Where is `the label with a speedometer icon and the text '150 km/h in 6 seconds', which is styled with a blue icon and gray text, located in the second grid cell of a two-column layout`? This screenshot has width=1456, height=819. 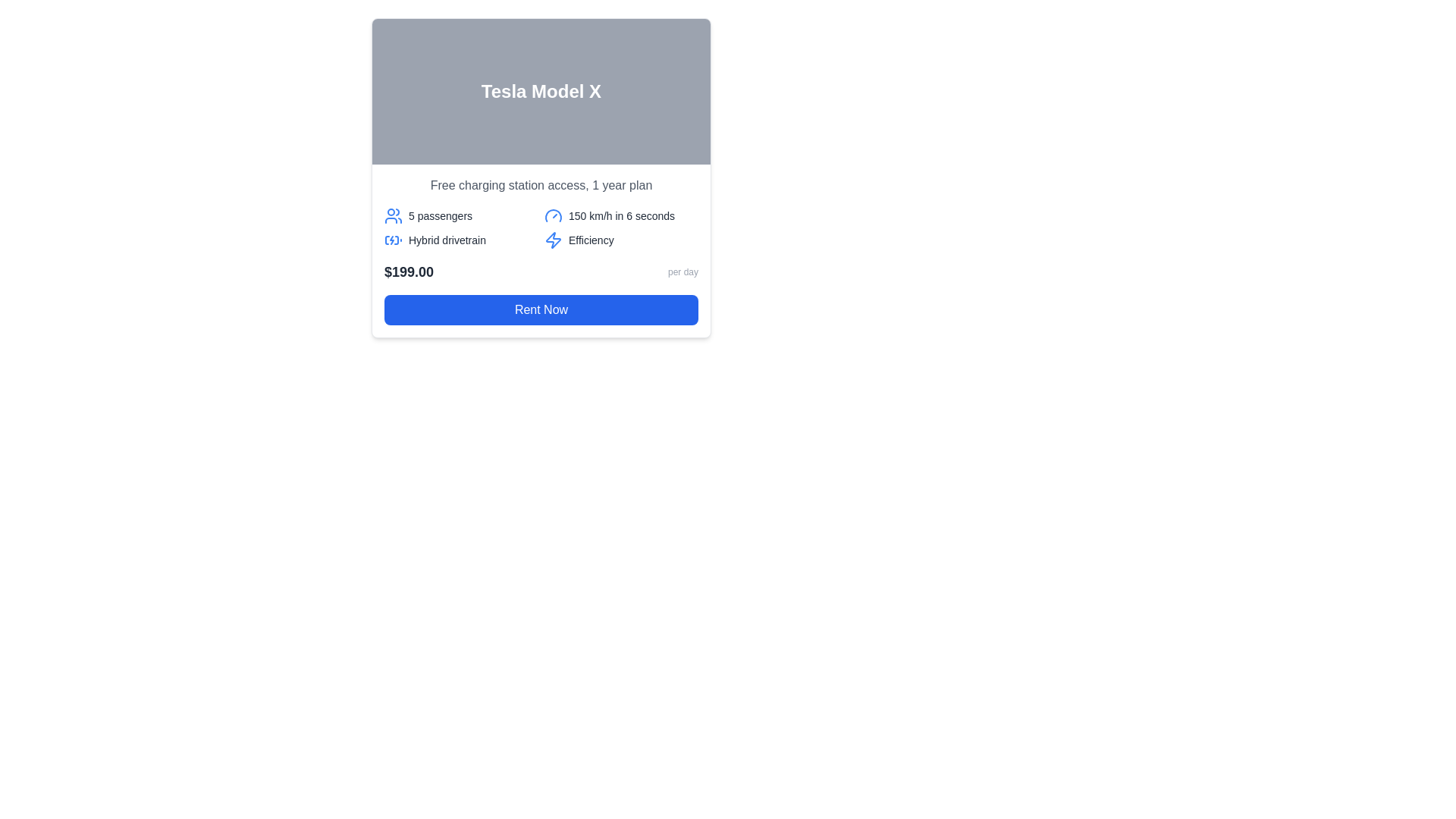 the label with a speedometer icon and the text '150 km/h in 6 seconds', which is styled with a blue icon and gray text, located in the second grid cell of a two-column layout is located at coordinates (621, 216).